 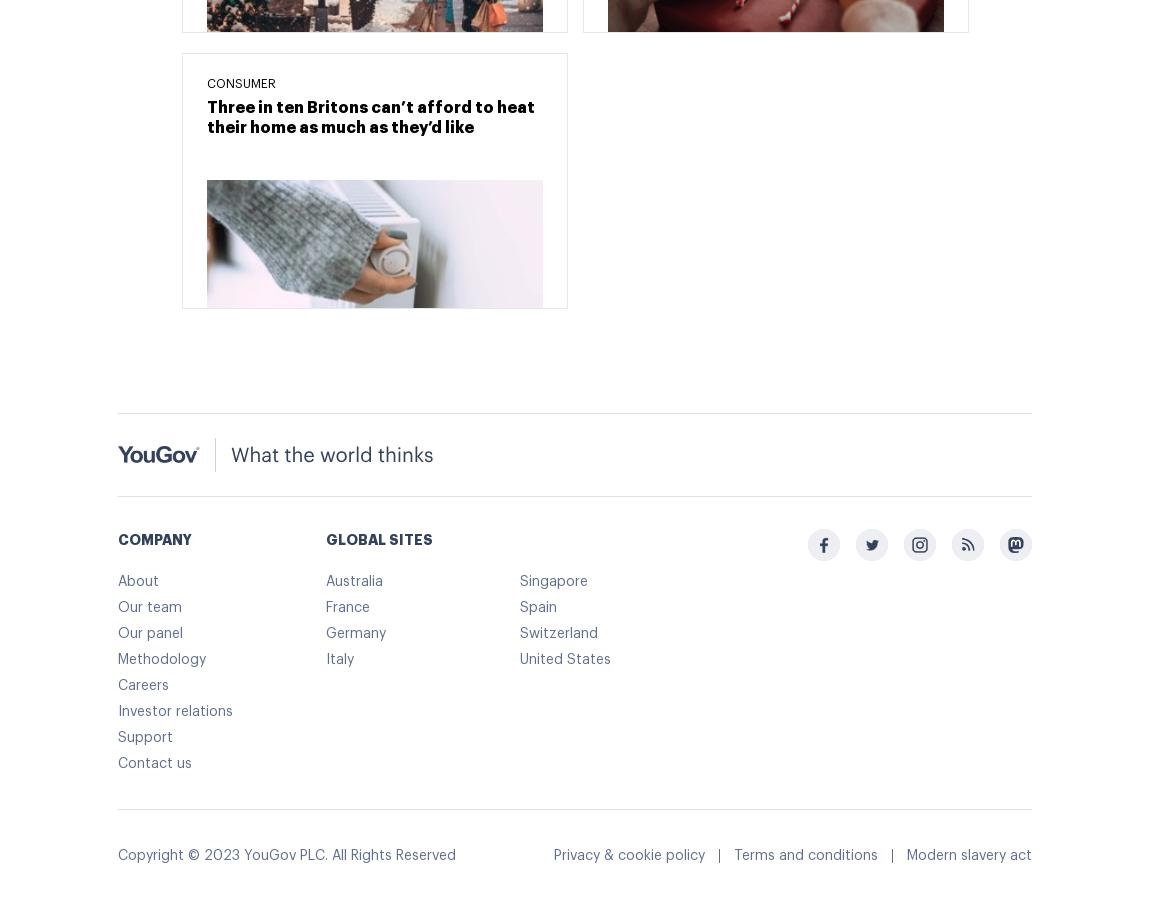 I want to click on 'About', so click(x=137, y=582).